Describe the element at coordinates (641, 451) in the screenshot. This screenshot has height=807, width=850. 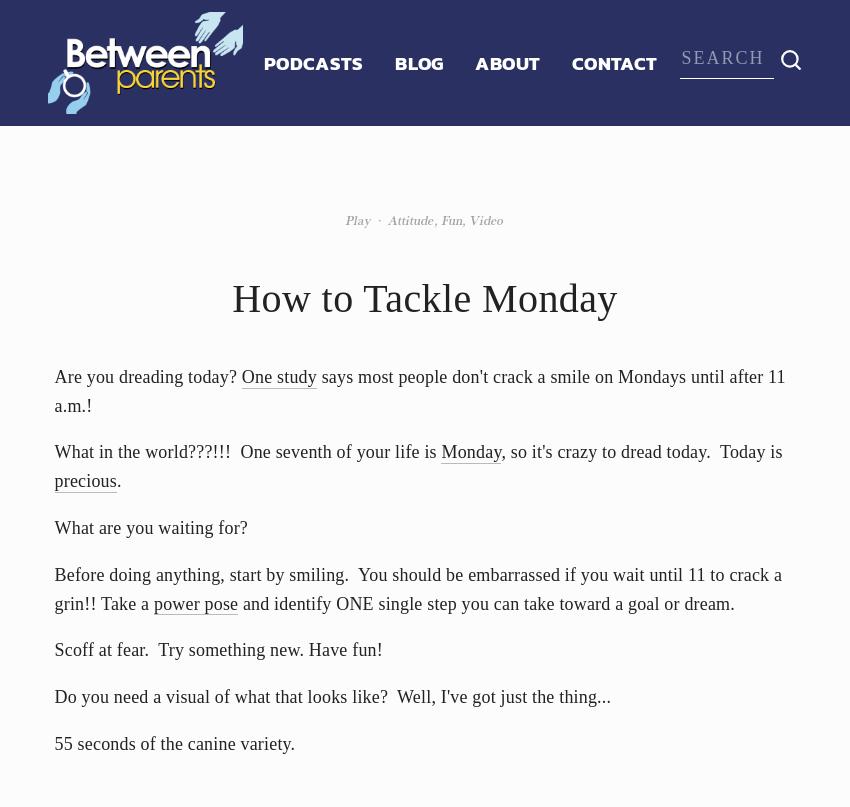
I see `', so it's crazy to dread today.  Today is'` at that location.